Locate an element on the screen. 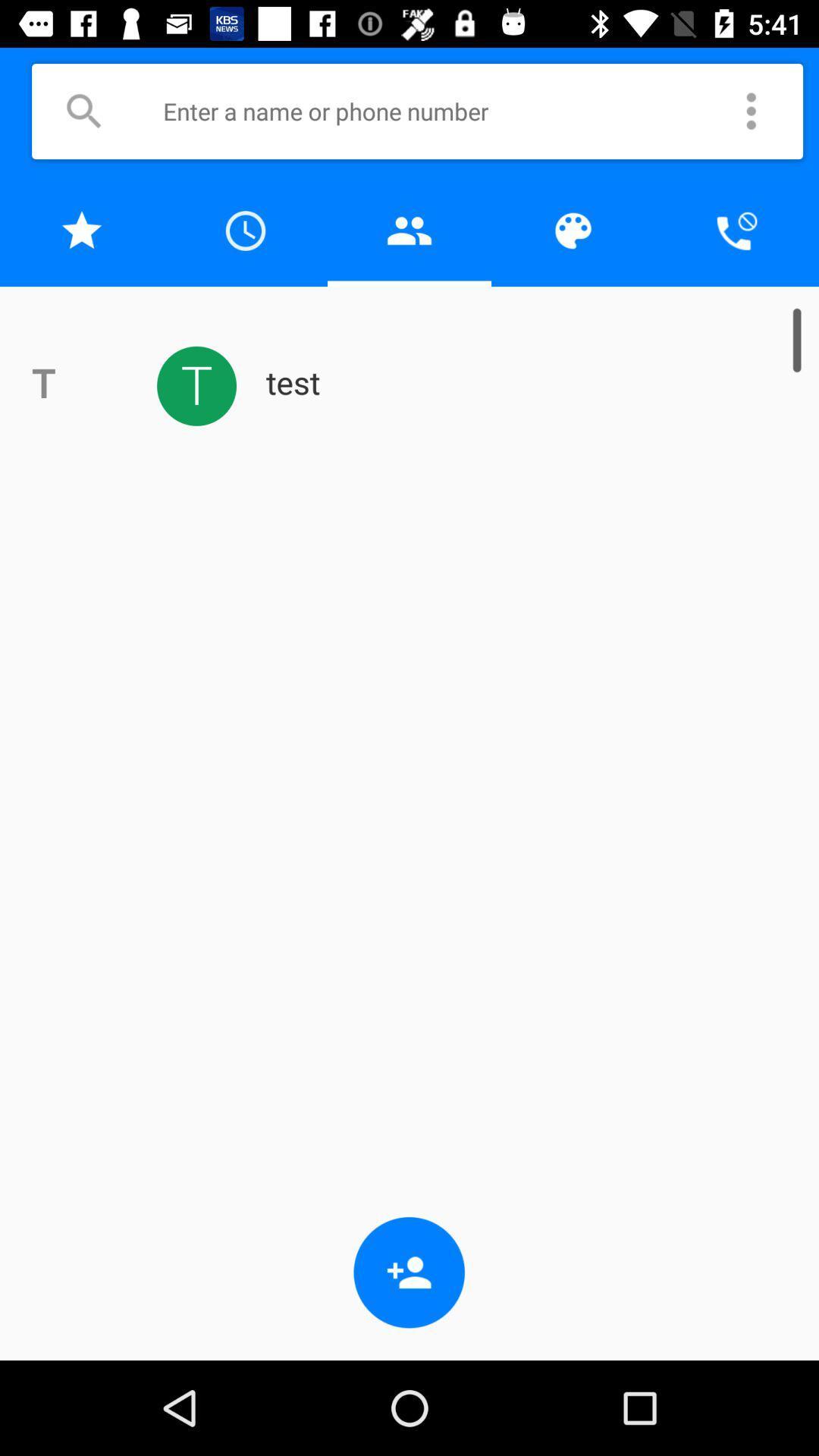 The height and width of the screenshot is (1456, 819). history is located at coordinates (245, 230).